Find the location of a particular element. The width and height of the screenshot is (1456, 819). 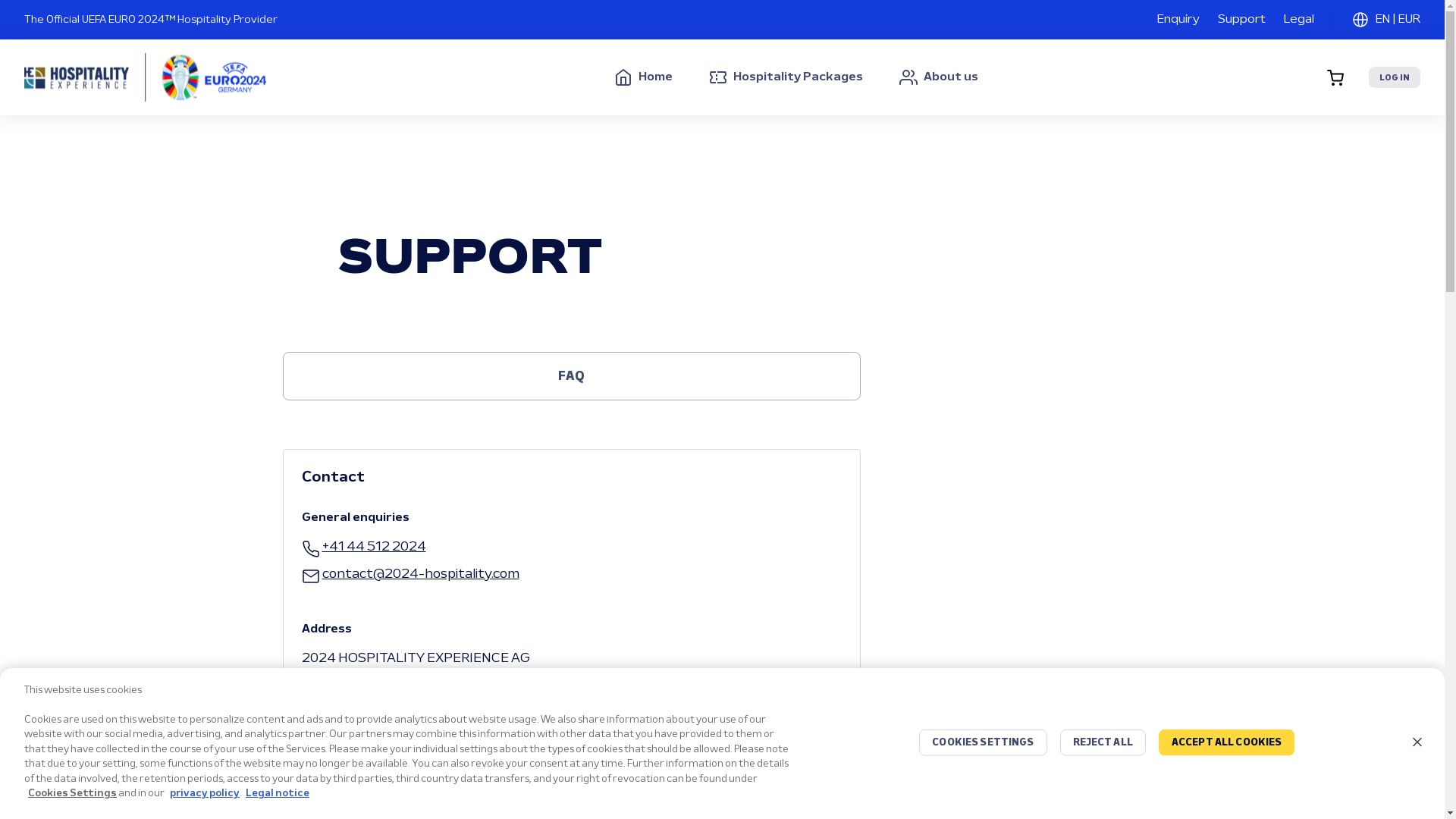

'COOKIES SETTINGS' is located at coordinates (983, 742).